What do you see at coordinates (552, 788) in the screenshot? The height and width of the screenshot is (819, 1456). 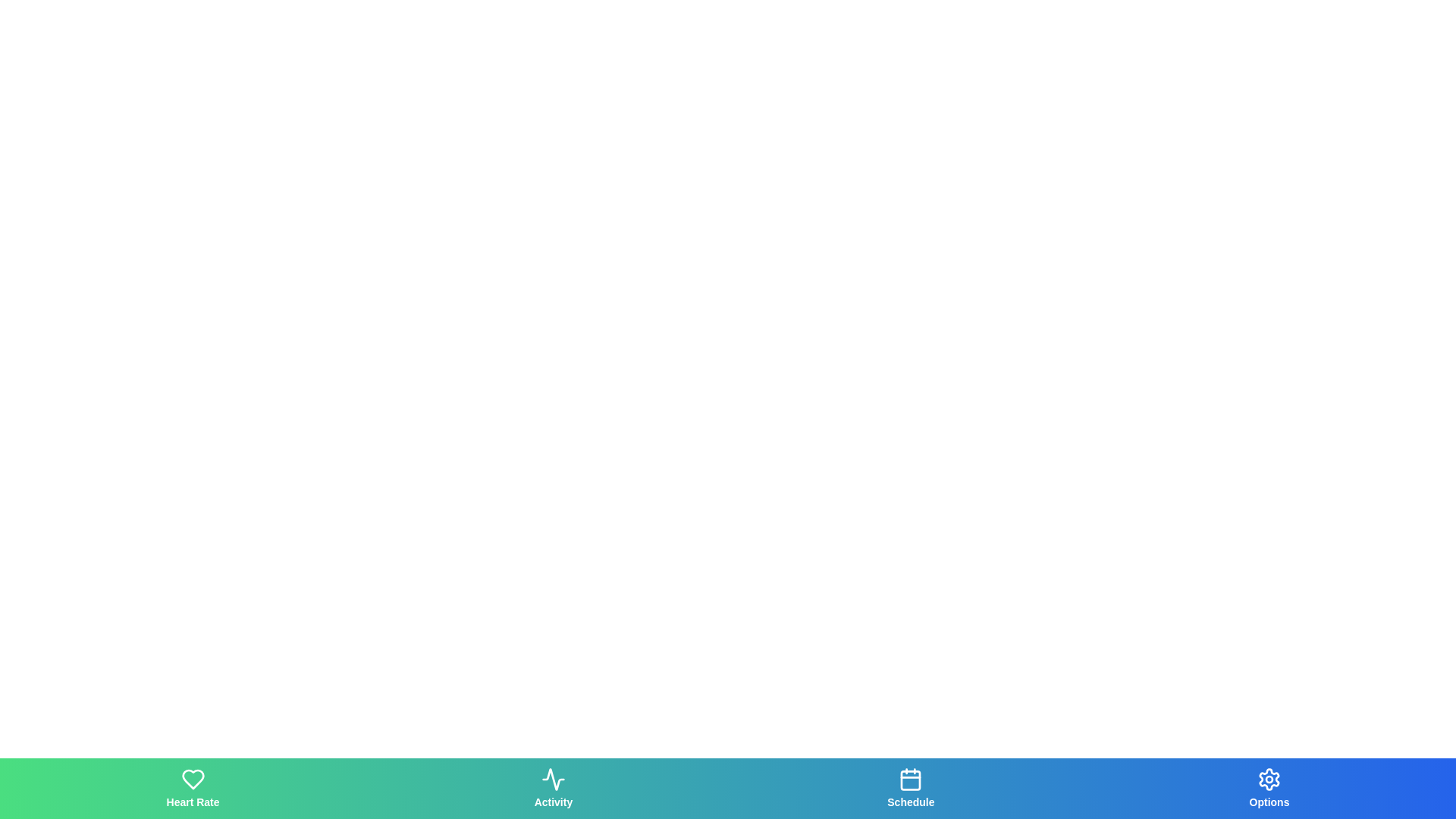 I see `the Activity tab to navigate` at bounding box center [552, 788].